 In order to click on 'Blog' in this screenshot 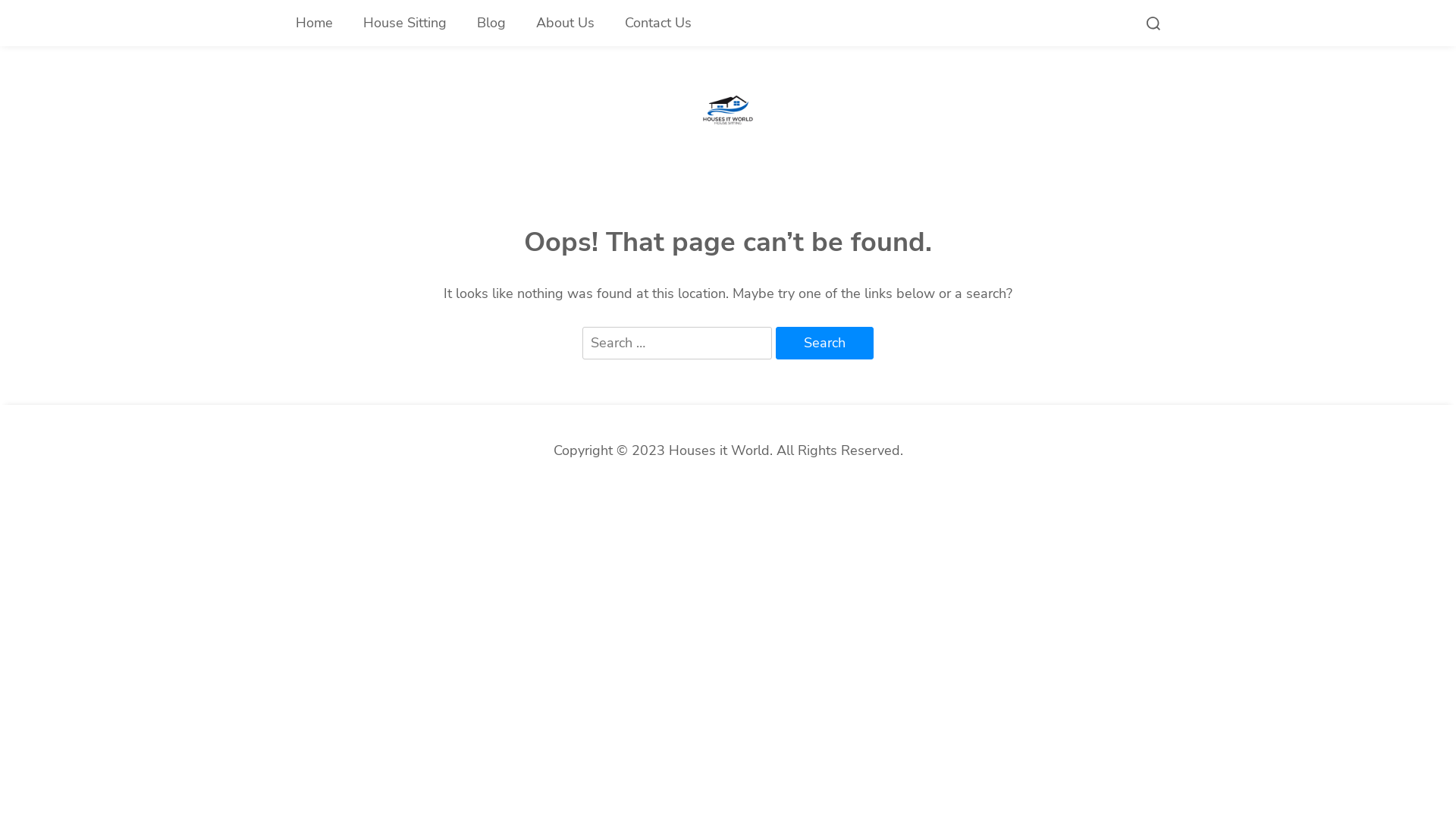, I will do `click(461, 23)`.